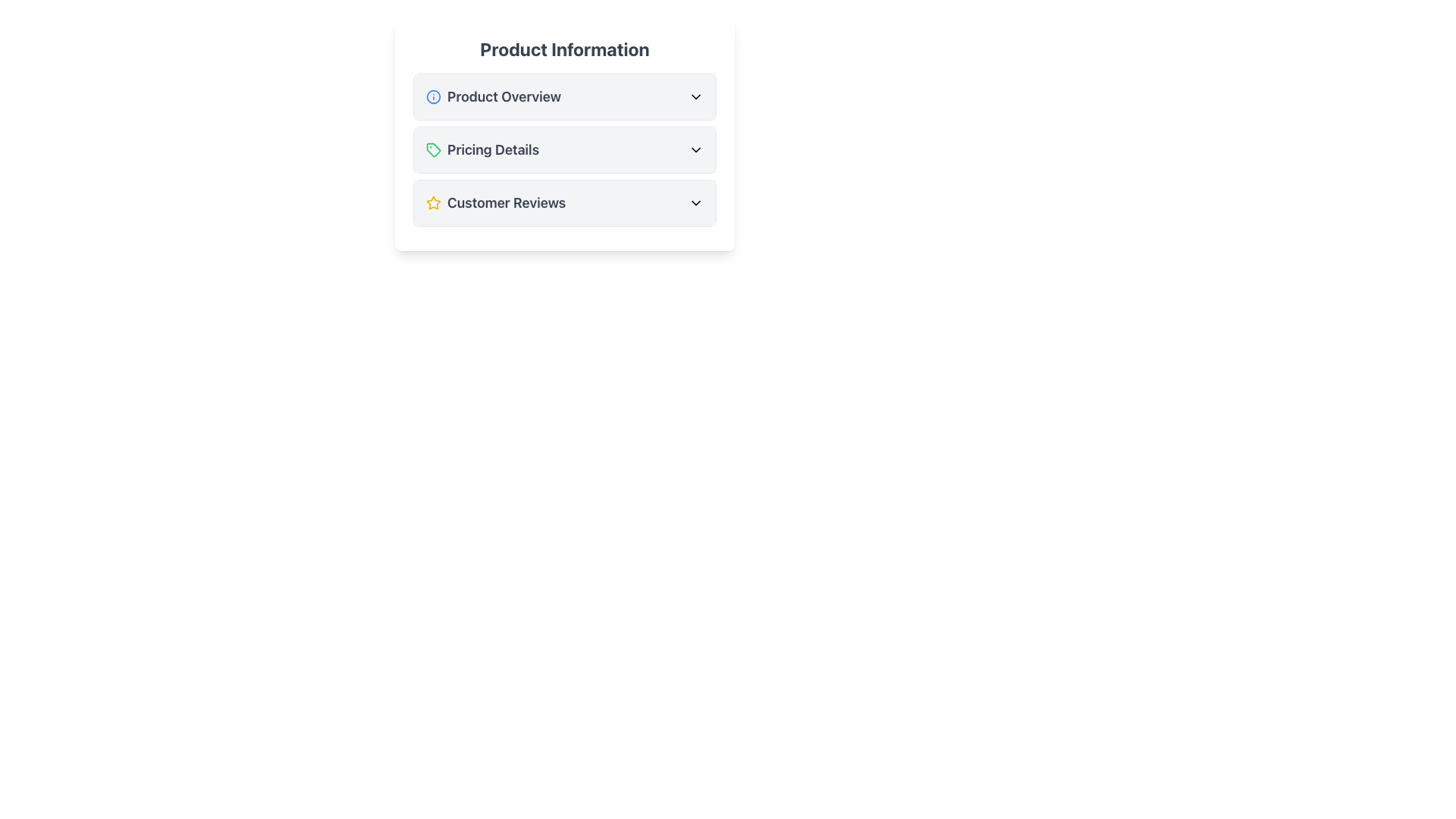  What do you see at coordinates (563, 96) in the screenshot?
I see `the 'Product Overview' Collapsible Section Header for accessibility navigation by clicking on it` at bounding box center [563, 96].